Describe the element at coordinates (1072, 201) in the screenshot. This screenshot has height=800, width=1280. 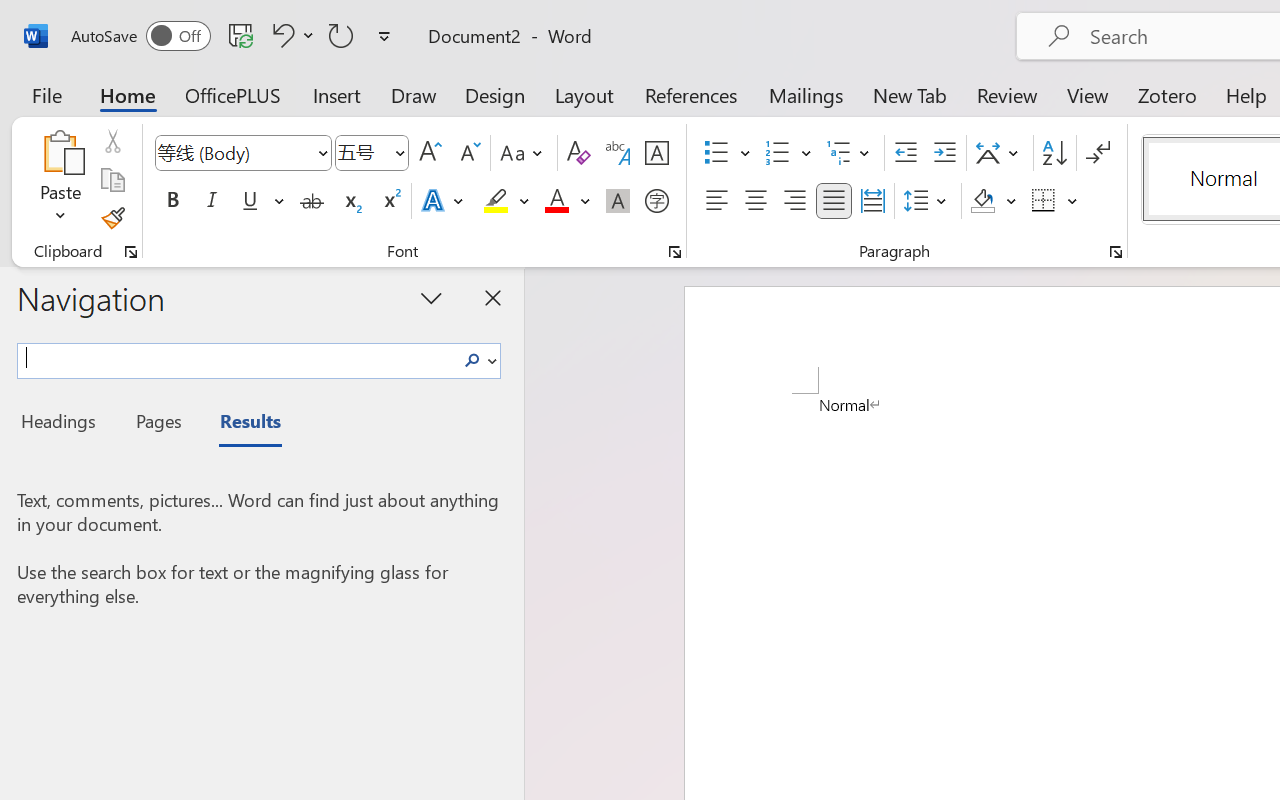
I see `'More Options'` at that location.